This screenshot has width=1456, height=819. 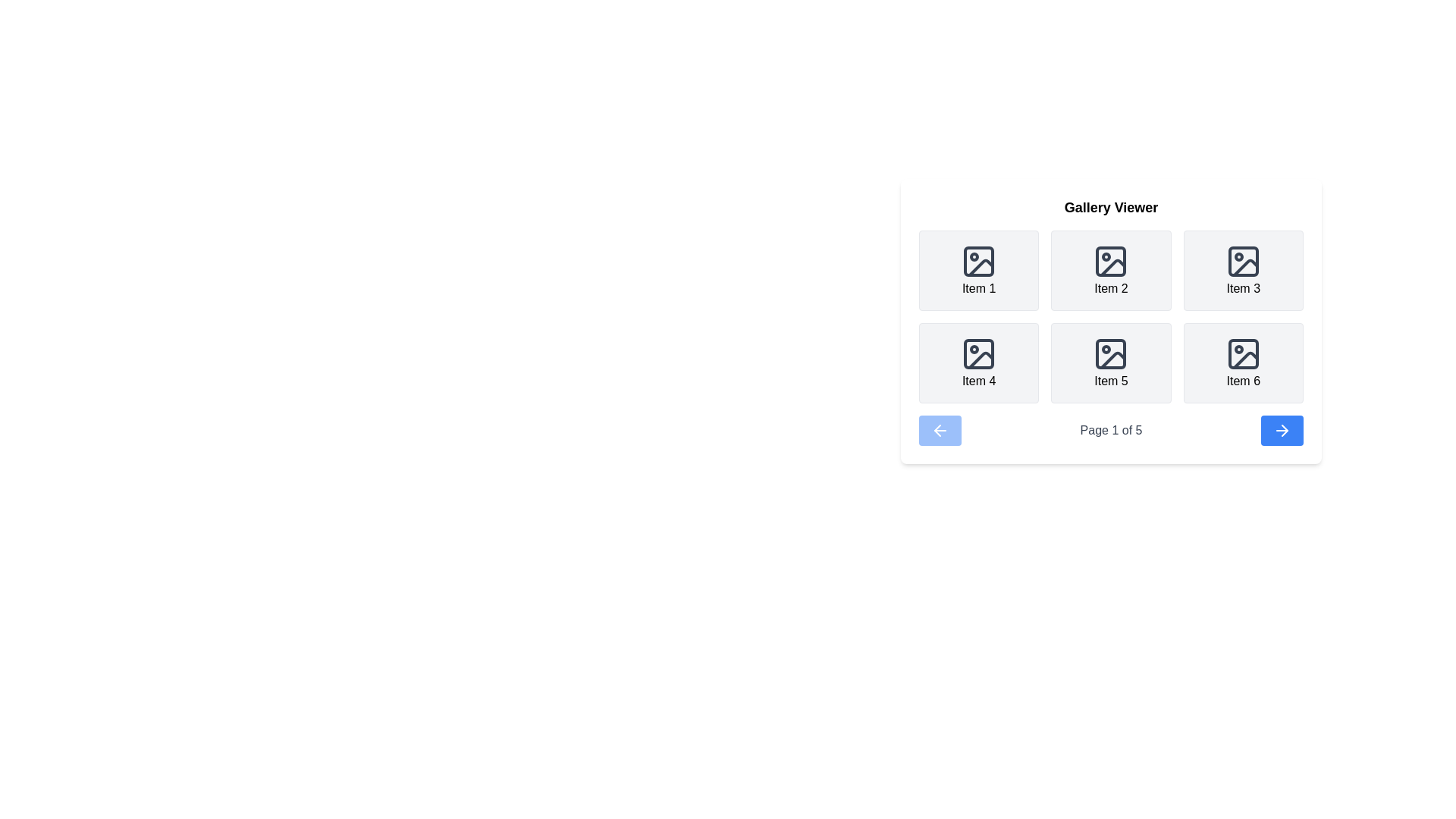 What do you see at coordinates (1281, 430) in the screenshot?
I see `the navigation arrow icon located at the bottom-right corner of the Gallery Viewer interface` at bounding box center [1281, 430].